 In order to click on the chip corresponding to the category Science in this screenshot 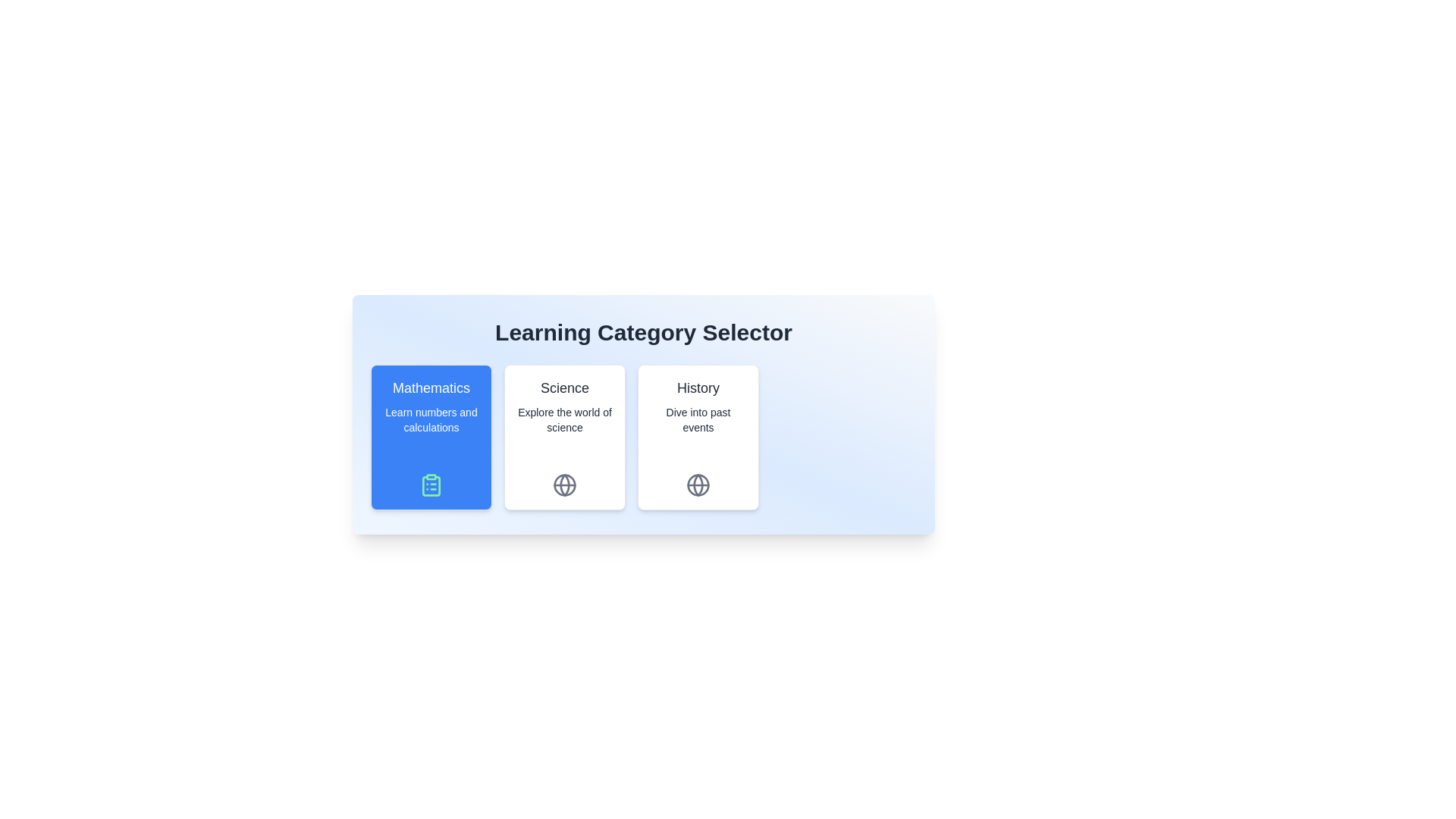, I will do `click(563, 438)`.